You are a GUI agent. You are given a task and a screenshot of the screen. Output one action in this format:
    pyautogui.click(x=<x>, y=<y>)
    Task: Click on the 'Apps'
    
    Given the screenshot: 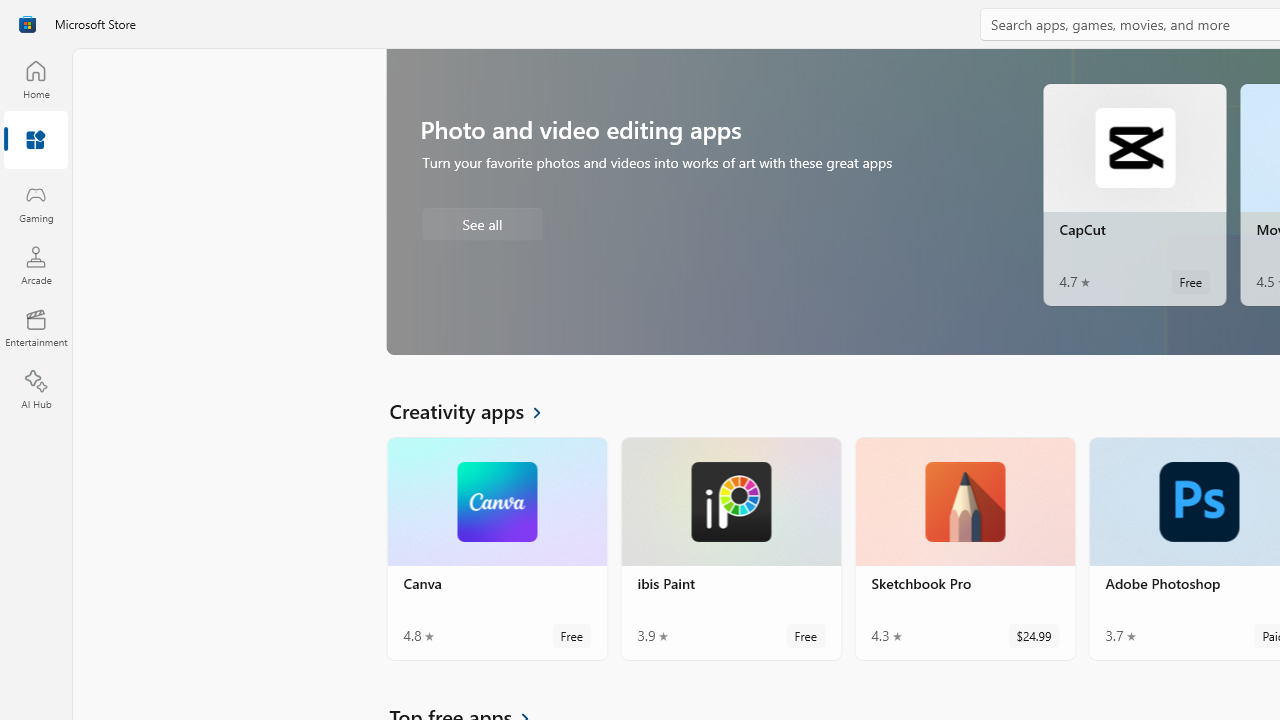 What is the action you would take?
    pyautogui.click(x=35, y=140)
    